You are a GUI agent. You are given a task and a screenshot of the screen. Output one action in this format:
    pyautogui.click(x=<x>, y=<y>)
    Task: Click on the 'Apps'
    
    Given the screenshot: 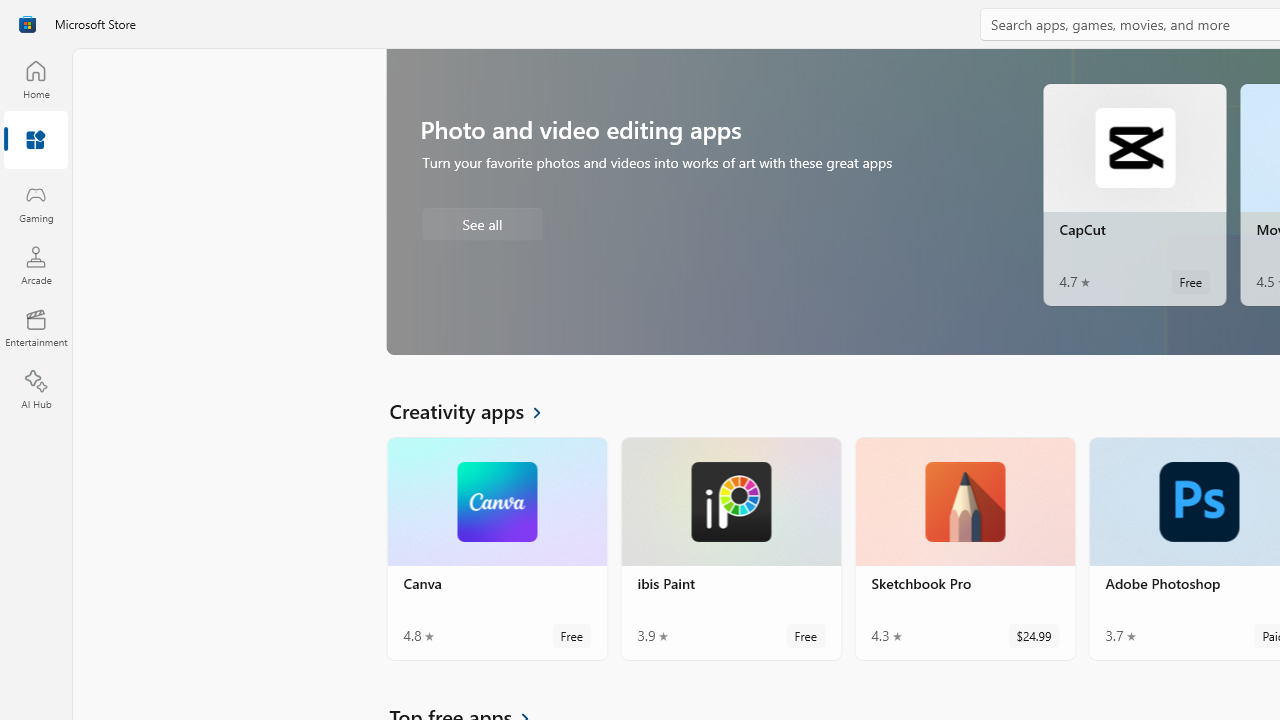 What is the action you would take?
    pyautogui.click(x=35, y=140)
    